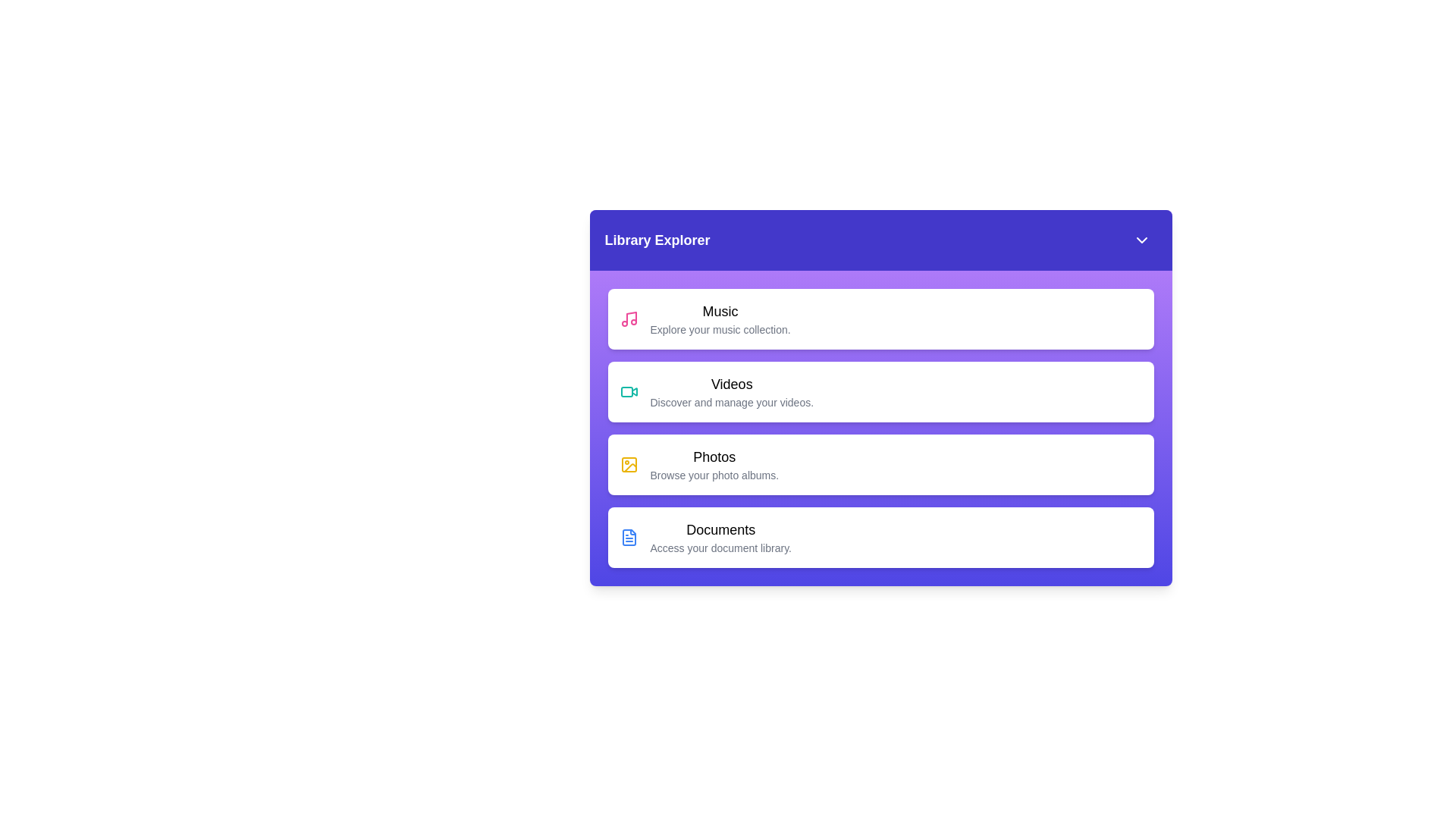 The image size is (1456, 819). I want to click on the library item Photos to read its description, so click(880, 464).